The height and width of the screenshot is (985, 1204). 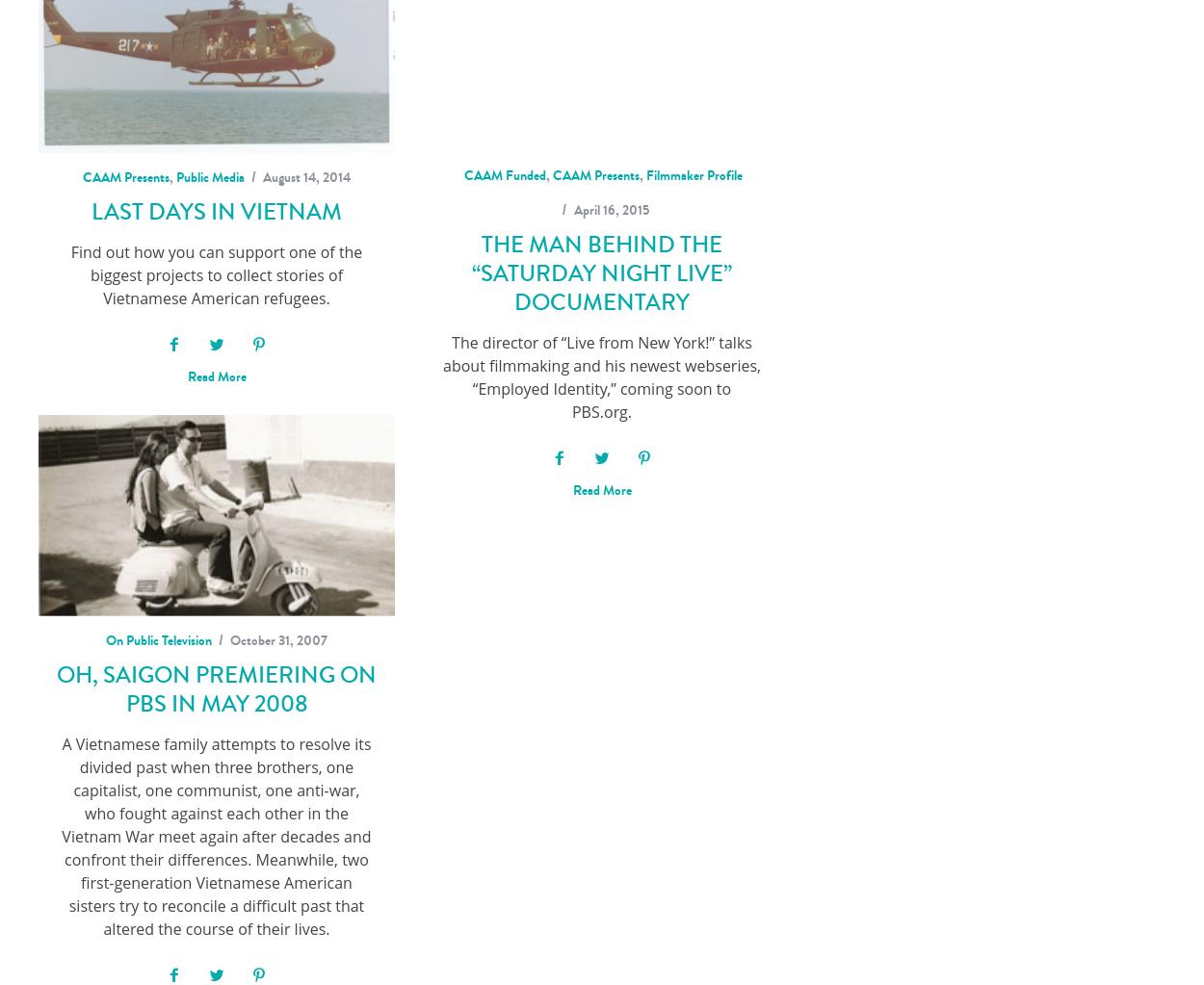 I want to click on 'A Vietnamese family attempts to resolve its divided past when three brothers, one capitalist, one communist, one anti-war, who fought against each other in the Vietnam War meet again after decades and confront their differences. Meanwhile, two first-generation Vietnamese American sisters try to reconcile a difficult past that altered the course of their lives.', so click(x=215, y=837).